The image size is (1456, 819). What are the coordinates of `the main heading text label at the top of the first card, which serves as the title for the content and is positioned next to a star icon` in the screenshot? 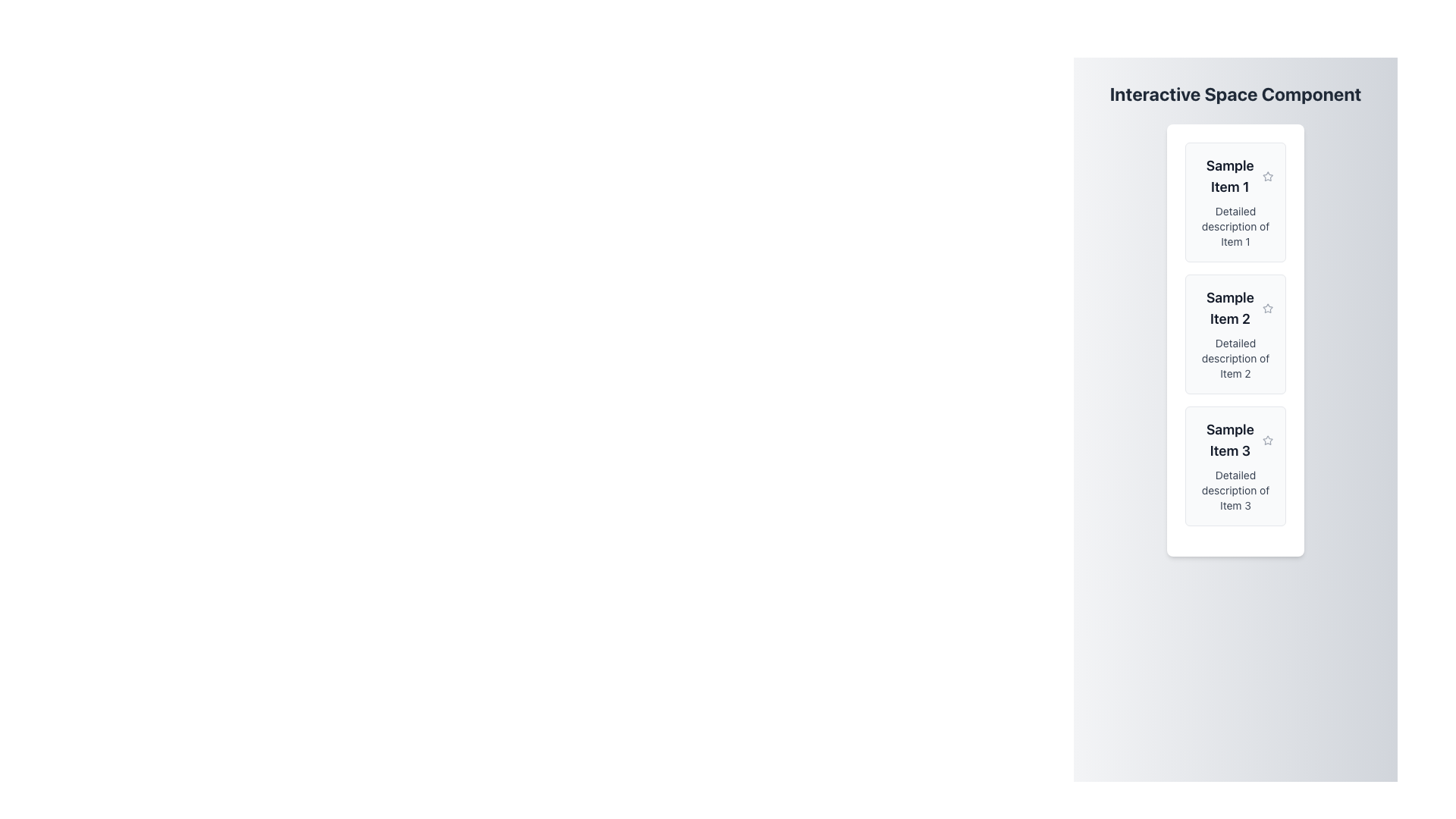 It's located at (1235, 175).